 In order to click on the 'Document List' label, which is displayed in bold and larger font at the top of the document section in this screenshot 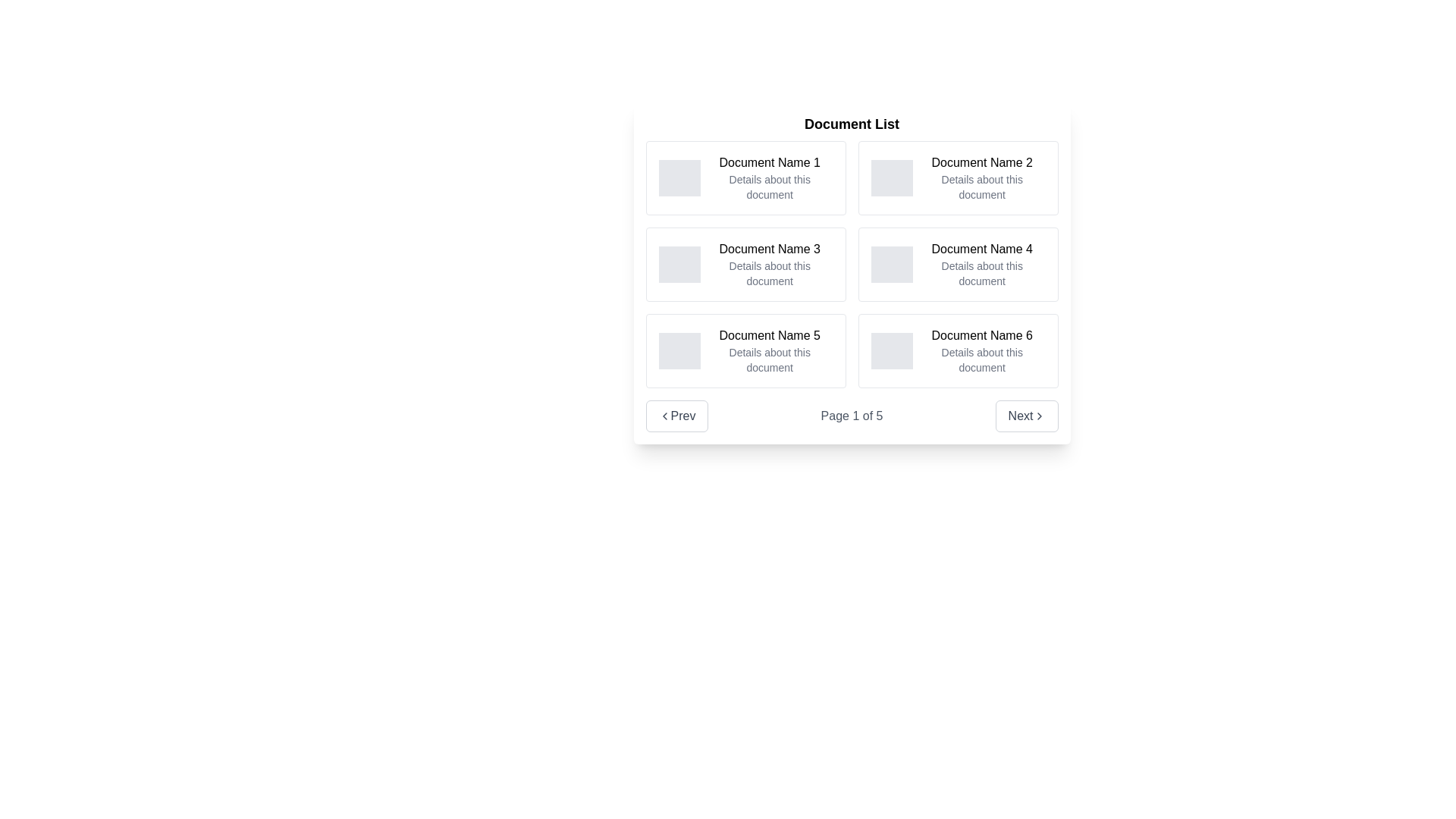, I will do `click(852, 124)`.